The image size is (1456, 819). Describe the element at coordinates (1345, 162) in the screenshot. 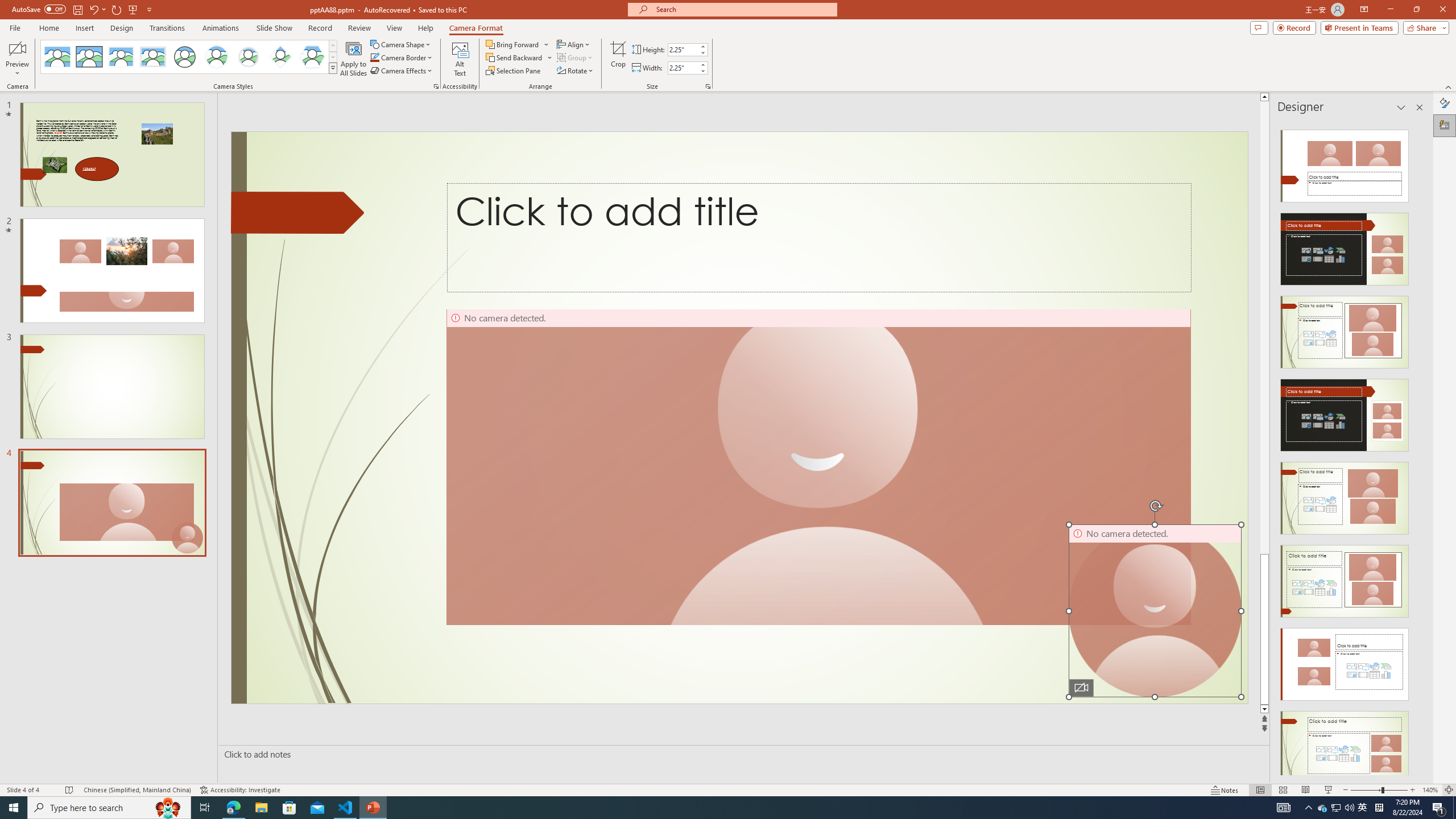

I see `'Recommended Design: Design Idea'` at that location.